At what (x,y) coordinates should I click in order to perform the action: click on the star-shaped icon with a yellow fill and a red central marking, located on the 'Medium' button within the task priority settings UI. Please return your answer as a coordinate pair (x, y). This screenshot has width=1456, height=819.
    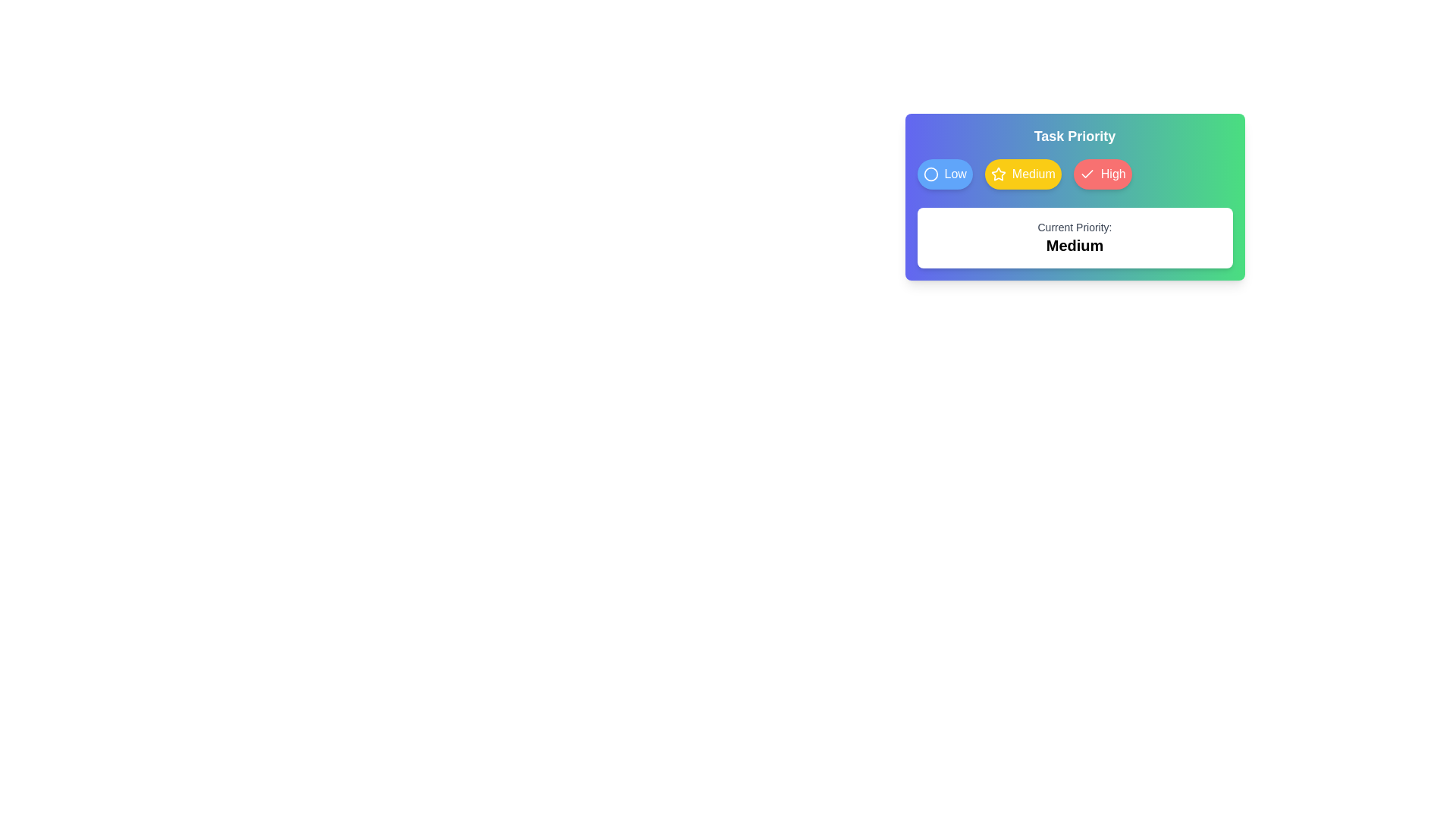
    Looking at the image, I should click on (997, 172).